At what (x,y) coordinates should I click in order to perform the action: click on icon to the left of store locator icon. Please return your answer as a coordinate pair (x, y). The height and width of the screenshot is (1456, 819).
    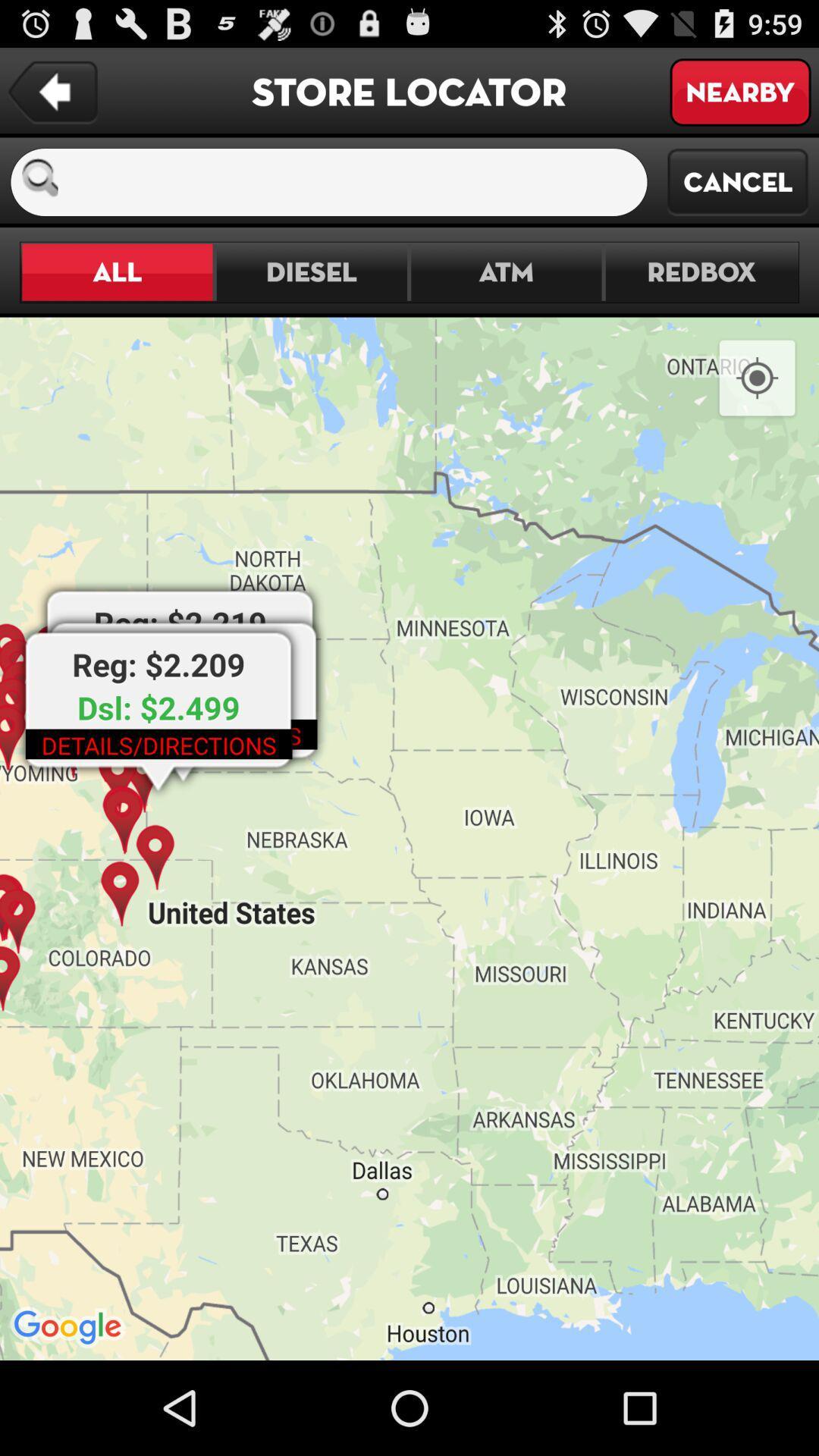
    Looking at the image, I should click on (52, 92).